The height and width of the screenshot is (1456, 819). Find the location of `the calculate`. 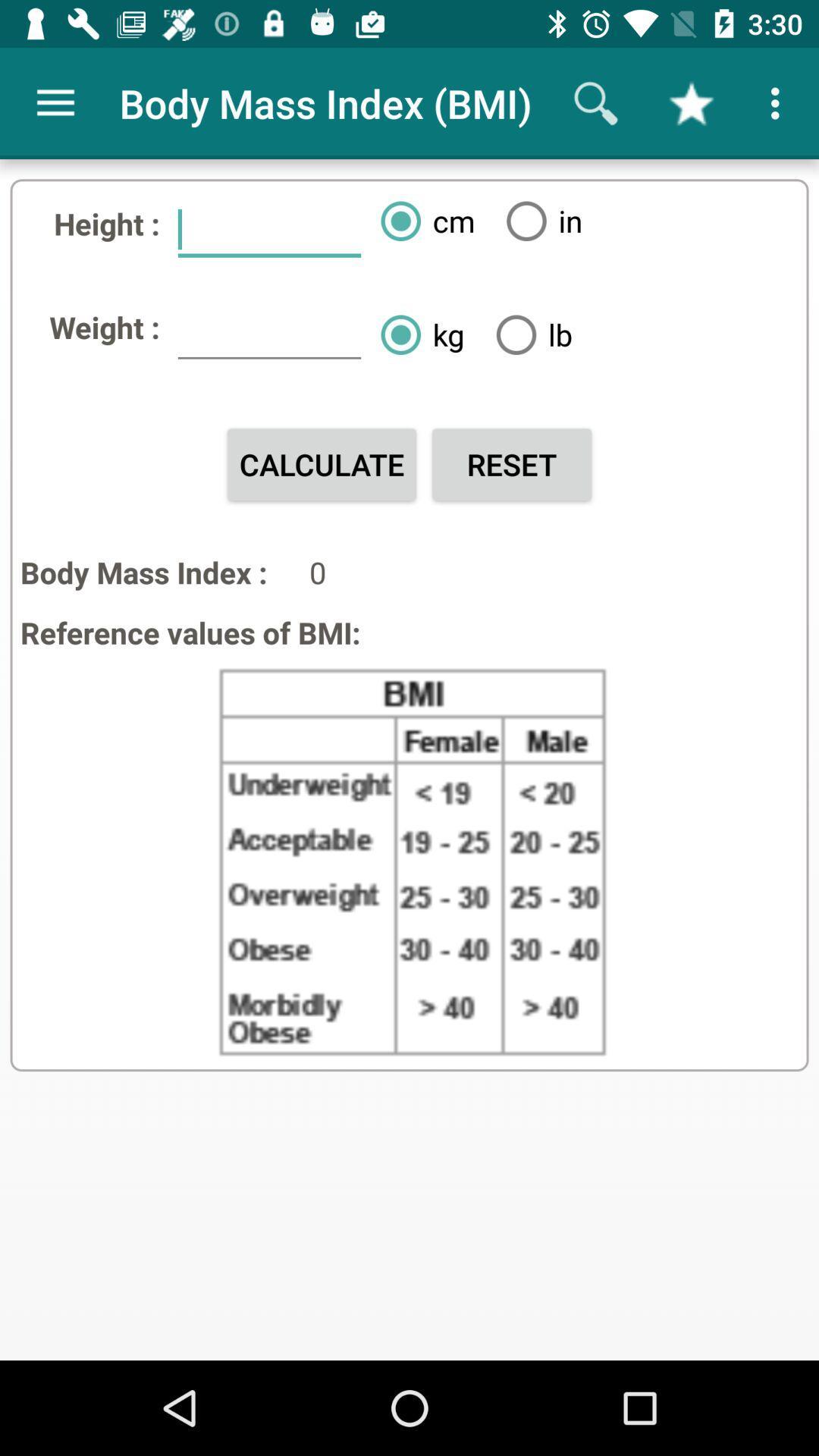

the calculate is located at coordinates (321, 463).